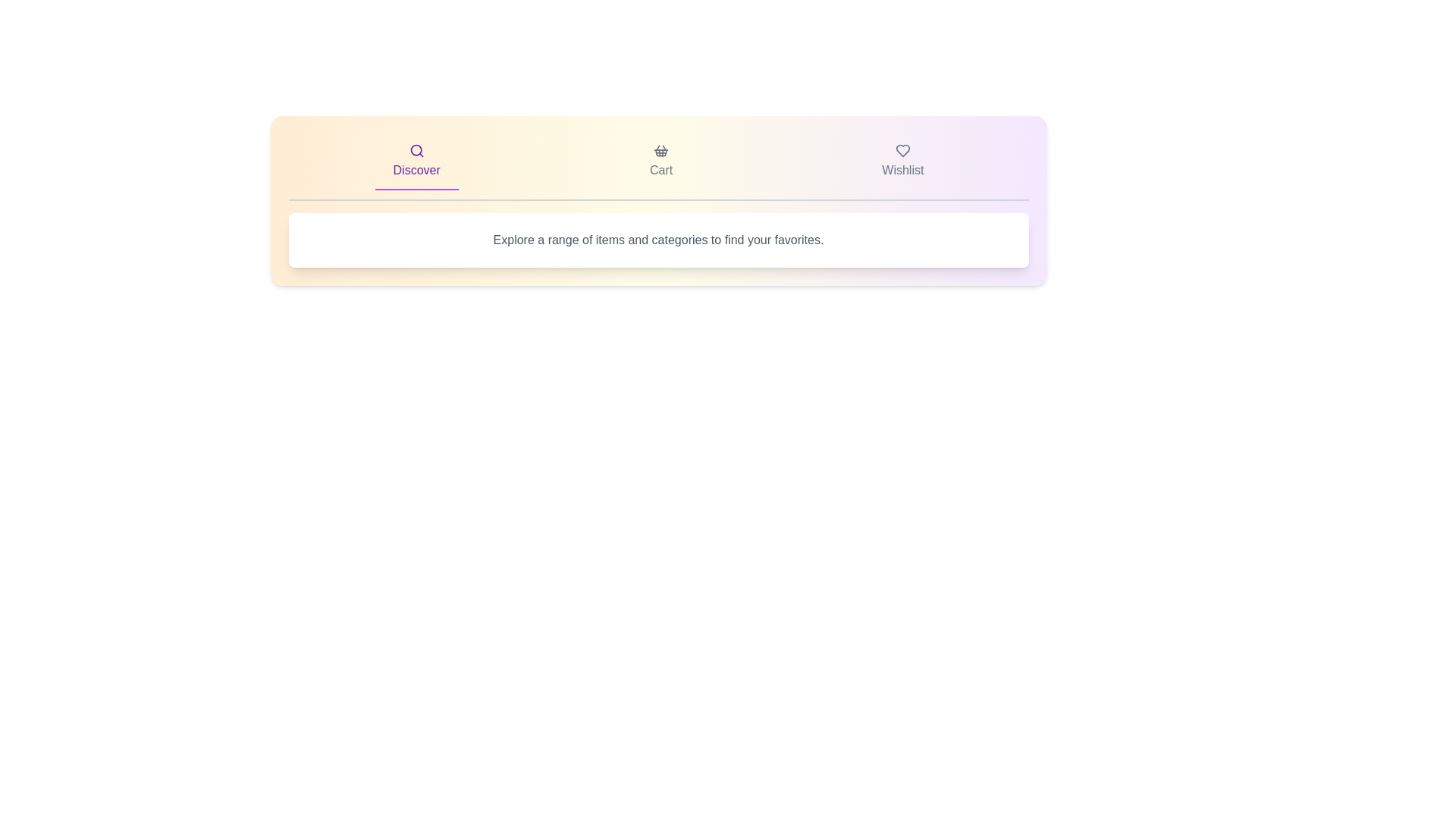 The width and height of the screenshot is (1456, 819). What do you see at coordinates (902, 162) in the screenshot?
I see `the Wishlist tab by clicking on its button` at bounding box center [902, 162].